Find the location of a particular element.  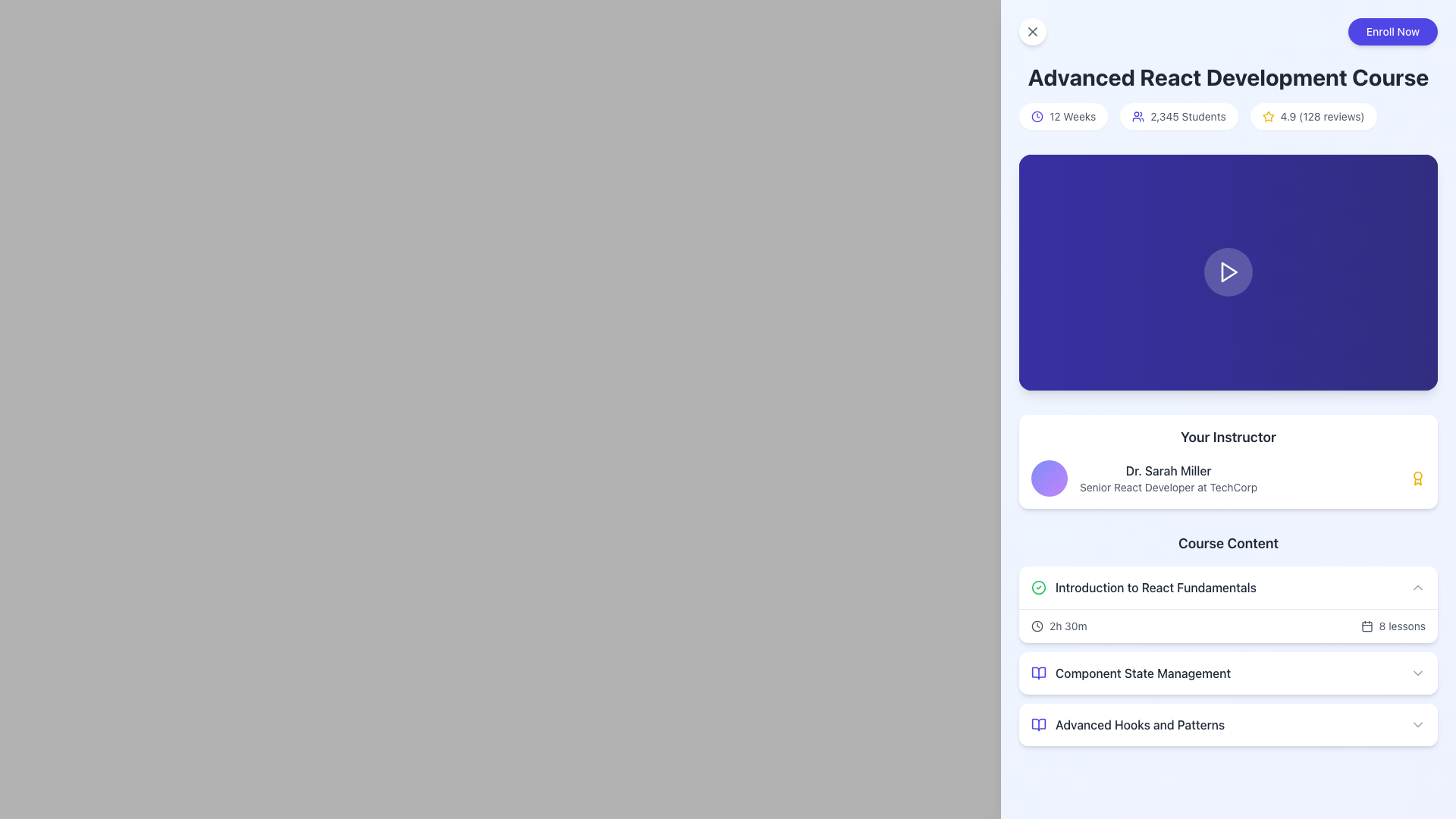

the Collapsible Section Header titled 'Introduction to React Fundamentals' is located at coordinates (1228, 586).